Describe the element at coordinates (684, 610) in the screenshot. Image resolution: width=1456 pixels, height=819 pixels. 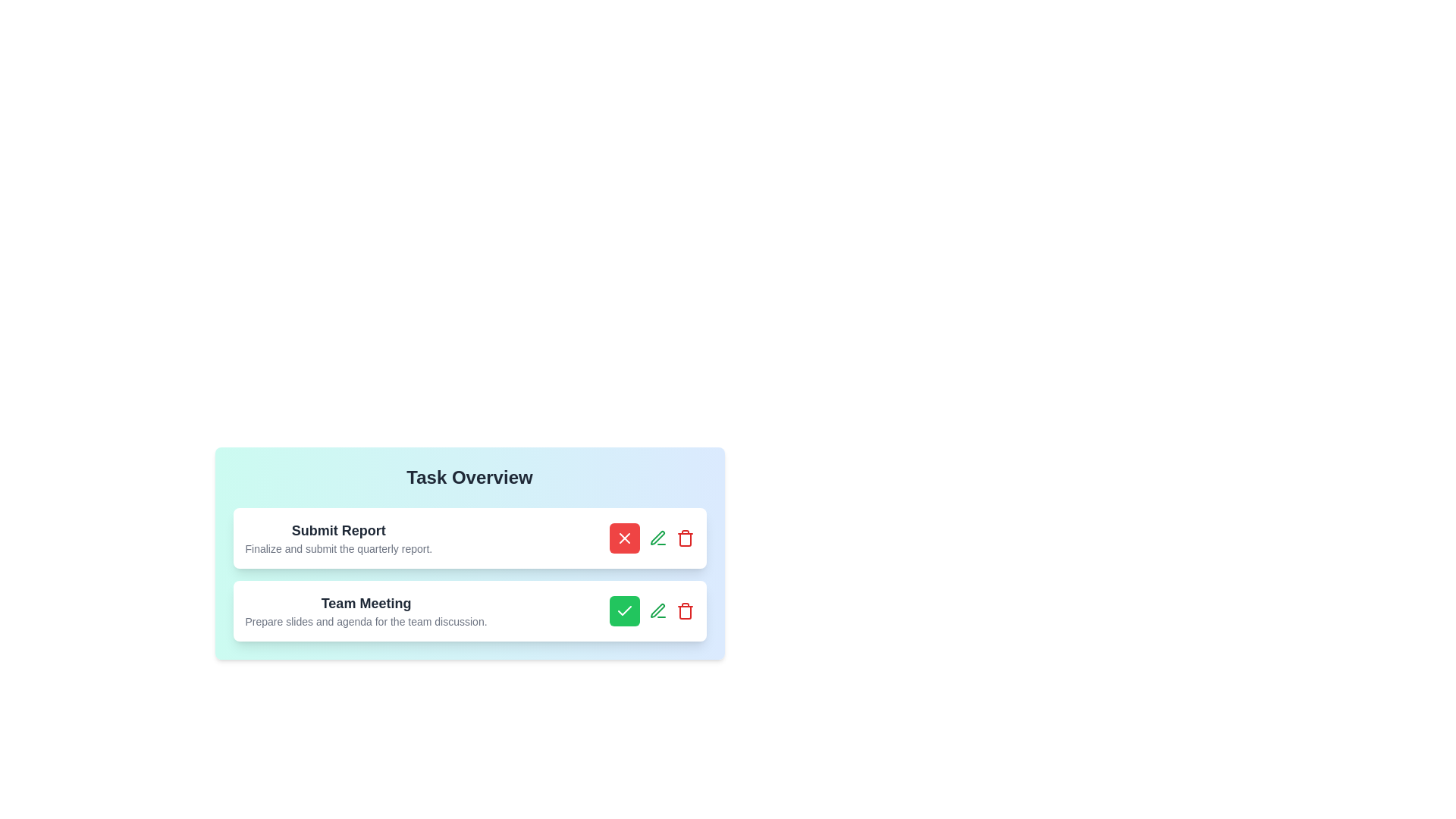
I see `delete button for the task titled Team Meeting` at that location.